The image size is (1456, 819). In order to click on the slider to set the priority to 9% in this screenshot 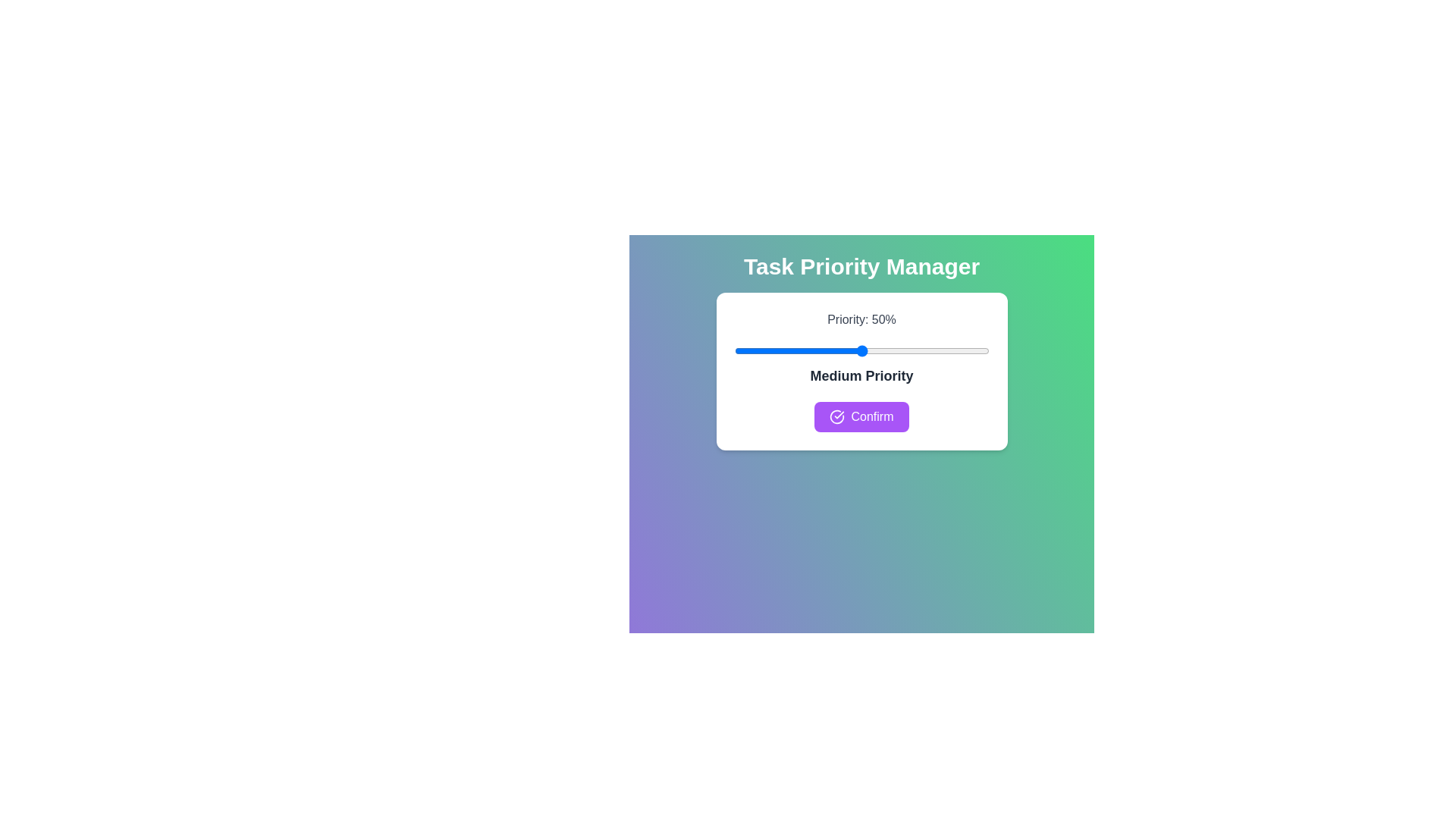, I will do `click(757, 350)`.